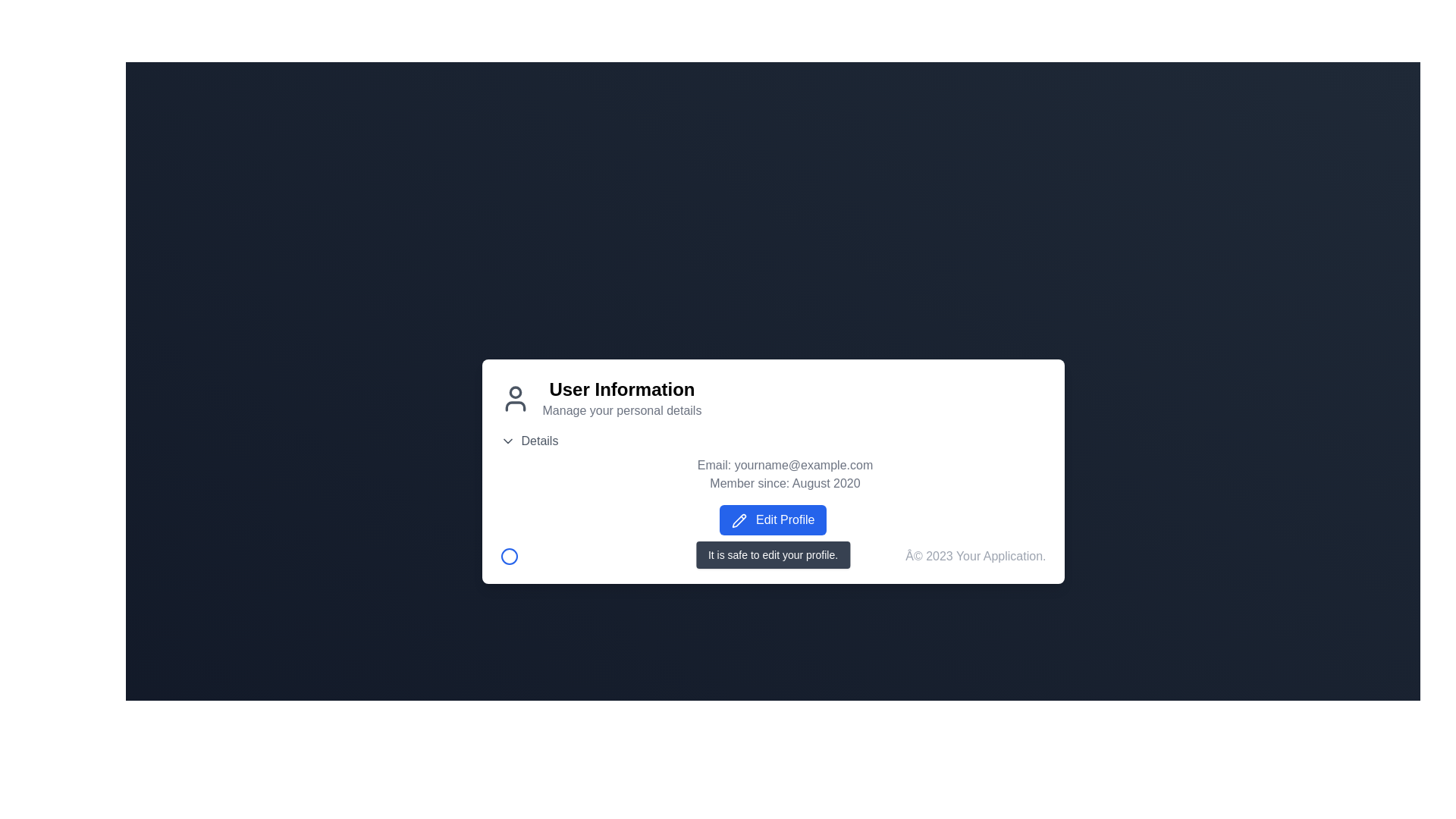  What do you see at coordinates (739, 519) in the screenshot?
I see `the small pencil icon on the left edge of the blue 'Edit Profile' button labeled in white text` at bounding box center [739, 519].